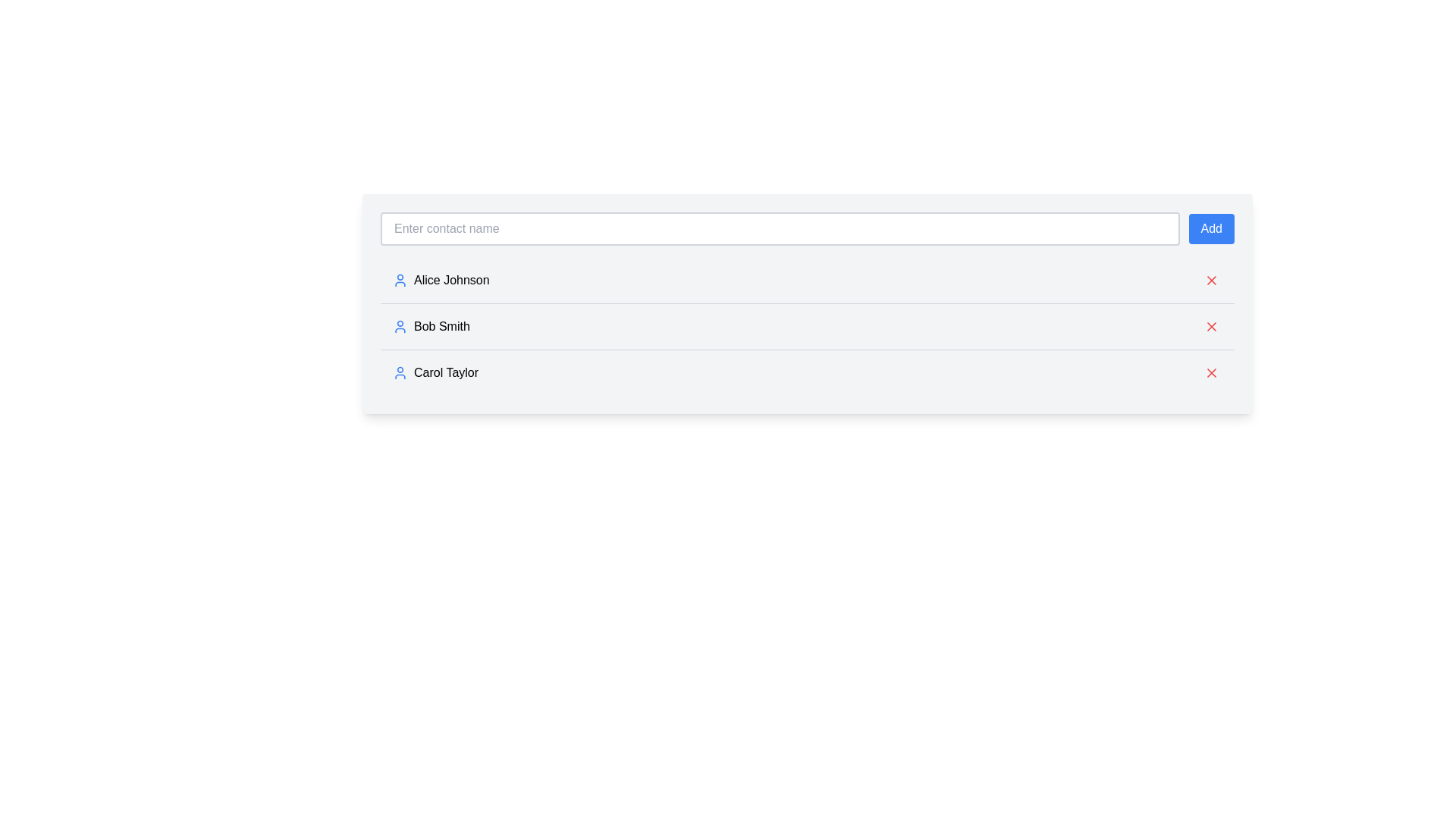  I want to click on the profile icon representing 'Carol Taylor', so click(400, 373).